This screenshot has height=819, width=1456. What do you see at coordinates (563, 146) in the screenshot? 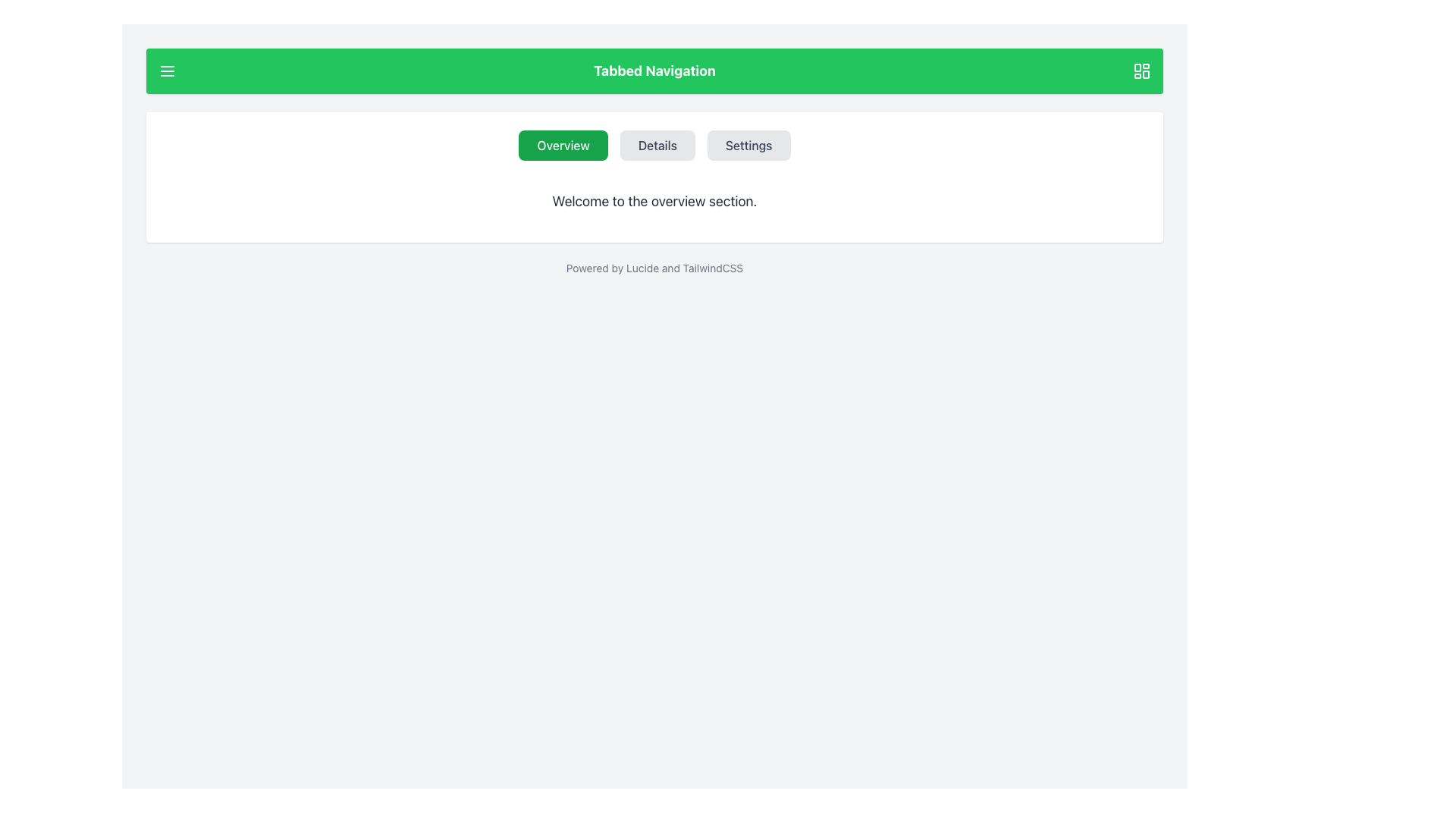
I see `the 'Overview' navigation button, which is the leftmost option in the horizontal navigation bar, to trigger the hover effect` at bounding box center [563, 146].